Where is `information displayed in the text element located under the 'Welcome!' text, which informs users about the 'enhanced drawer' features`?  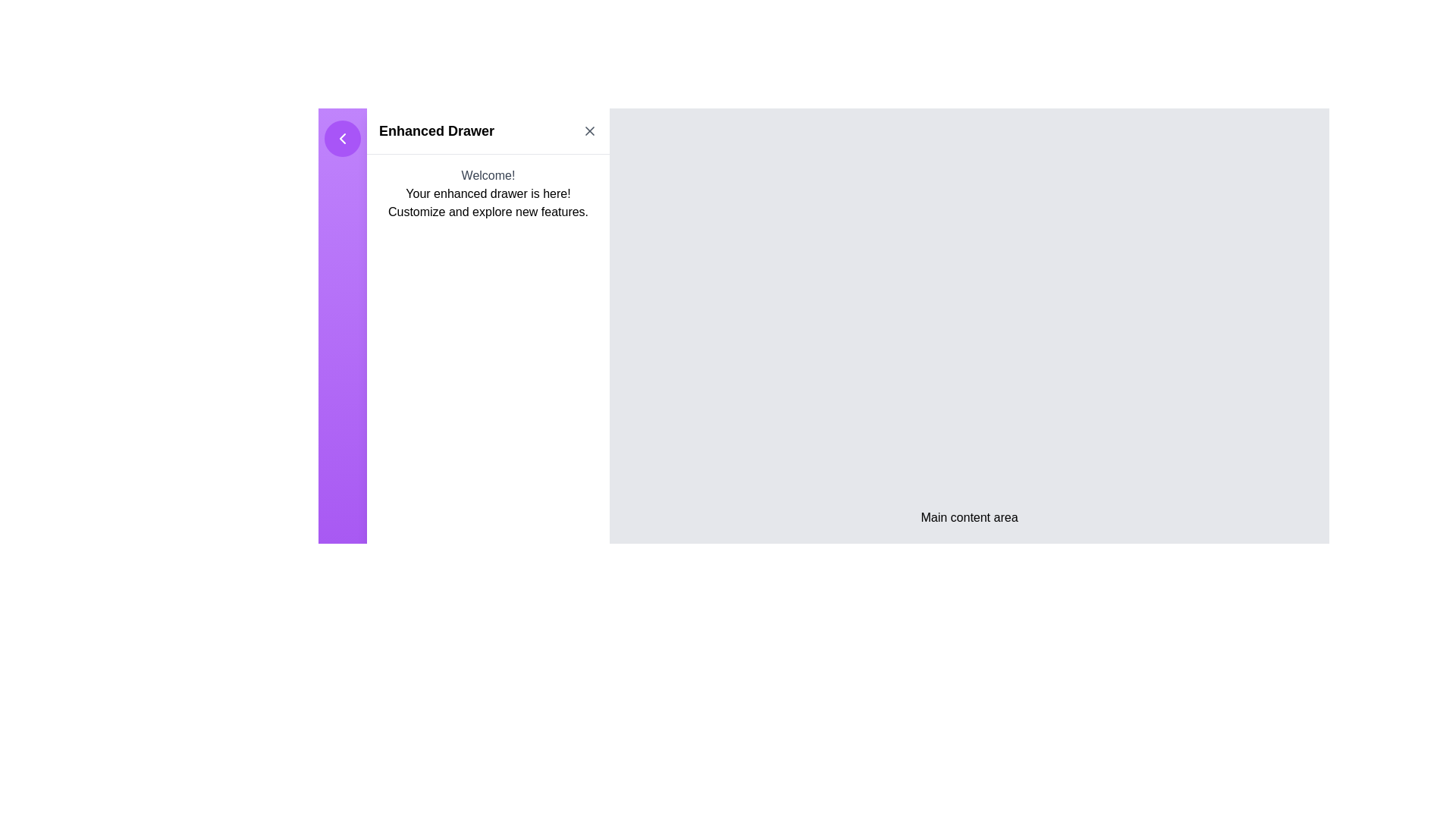
information displayed in the text element located under the 'Welcome!' text, which informs users about the 'enhanced drawer' features is located at coordinates (488, 202).